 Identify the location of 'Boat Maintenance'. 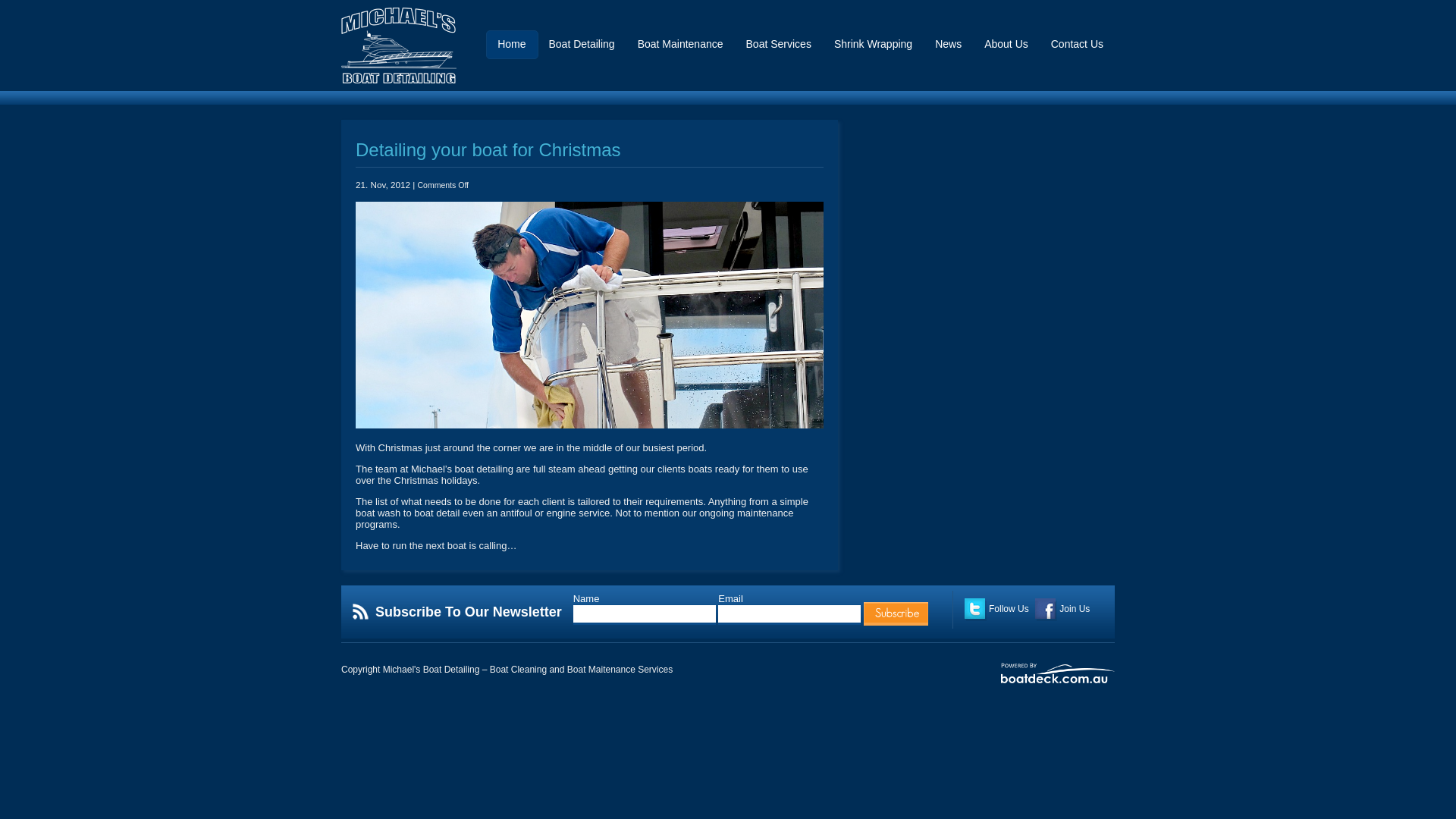
(637, 49).